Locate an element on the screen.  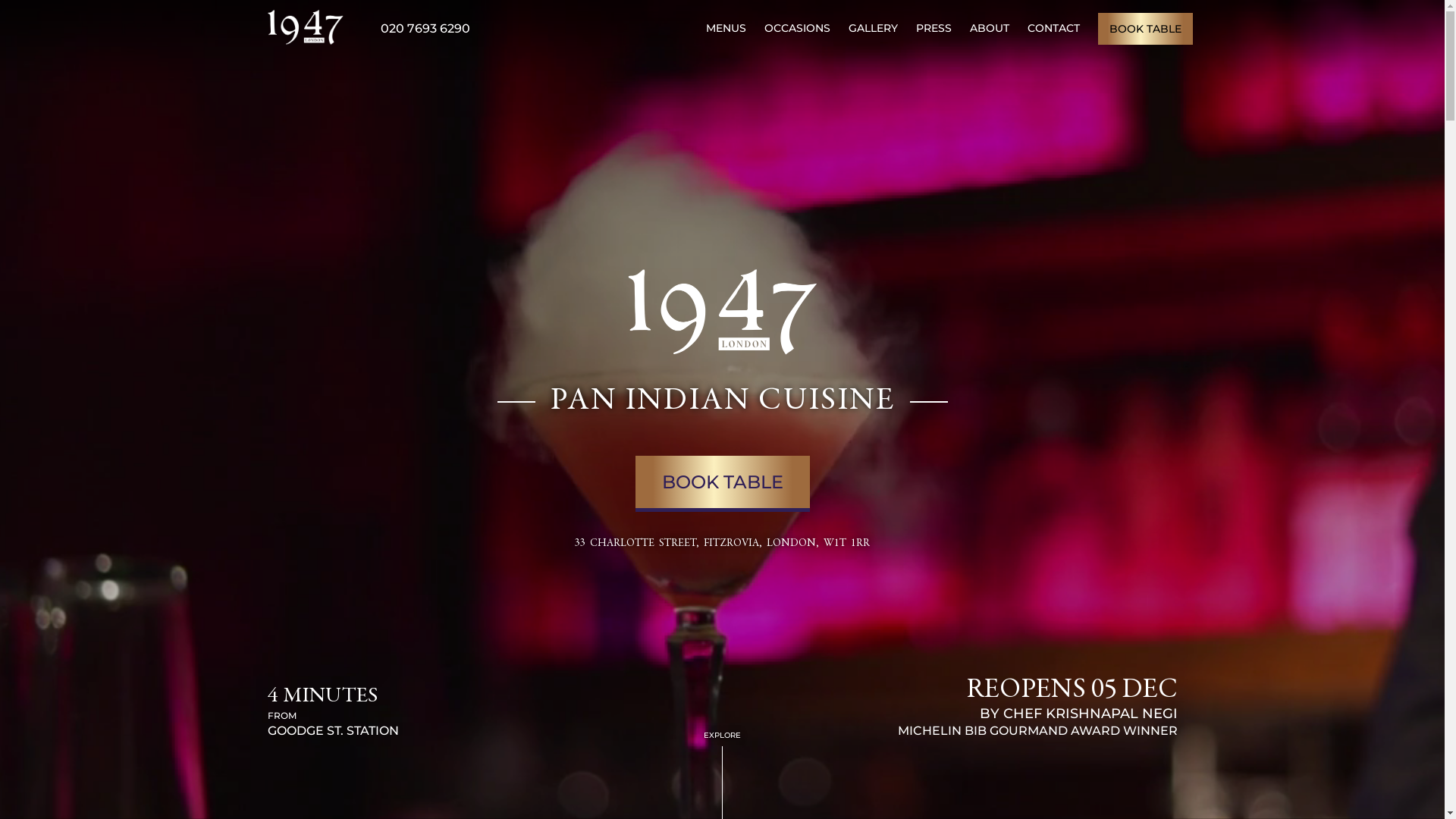
'020 7693 6290' is located at coordinates (425, 28).